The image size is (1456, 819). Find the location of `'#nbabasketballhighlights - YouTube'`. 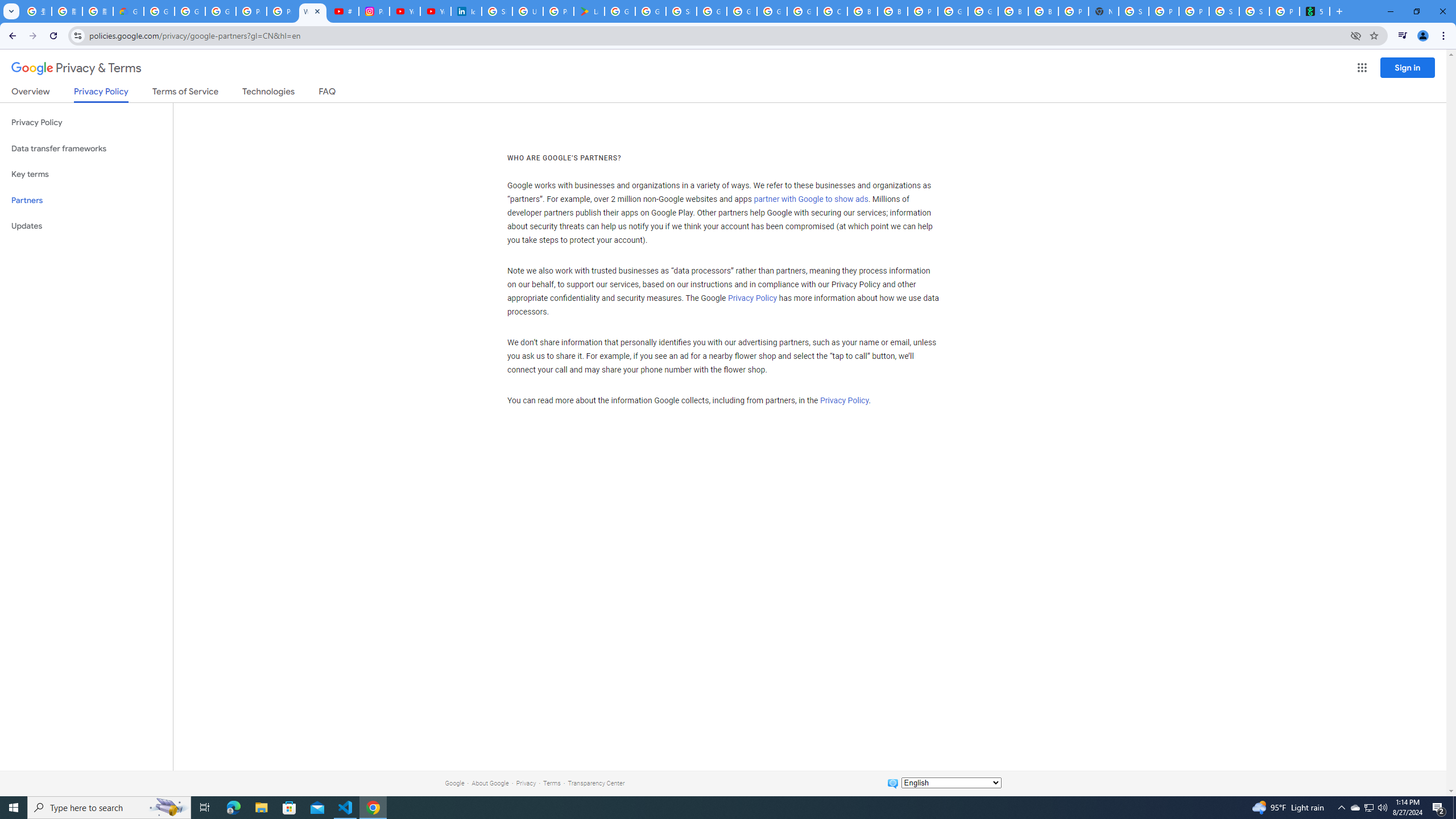

'#nbabasketballhighlights - YouTube' is located at coordinates (343, 11).